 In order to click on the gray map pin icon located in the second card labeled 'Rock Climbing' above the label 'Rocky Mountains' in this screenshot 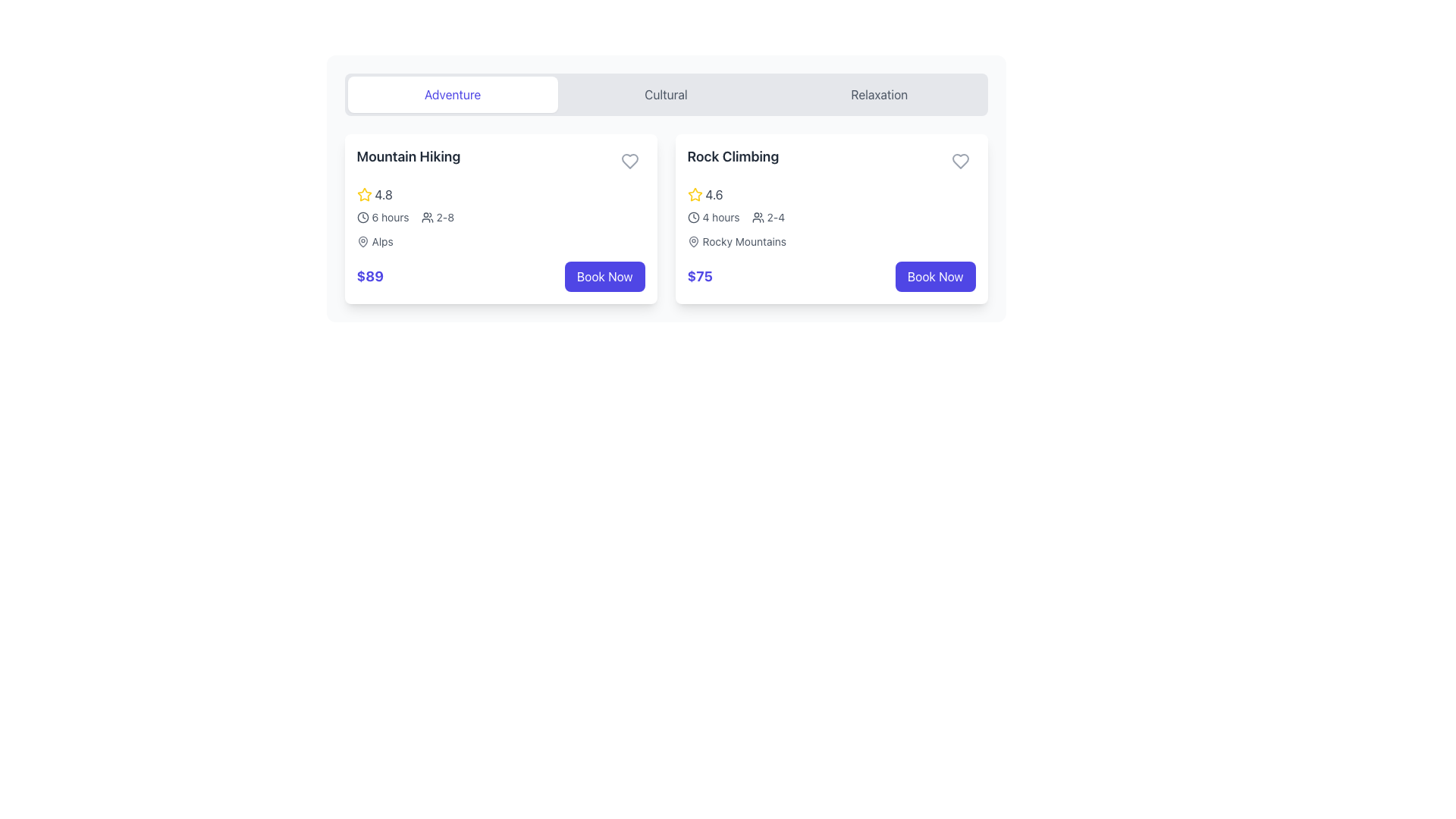, I will do `click(692, 241)`.